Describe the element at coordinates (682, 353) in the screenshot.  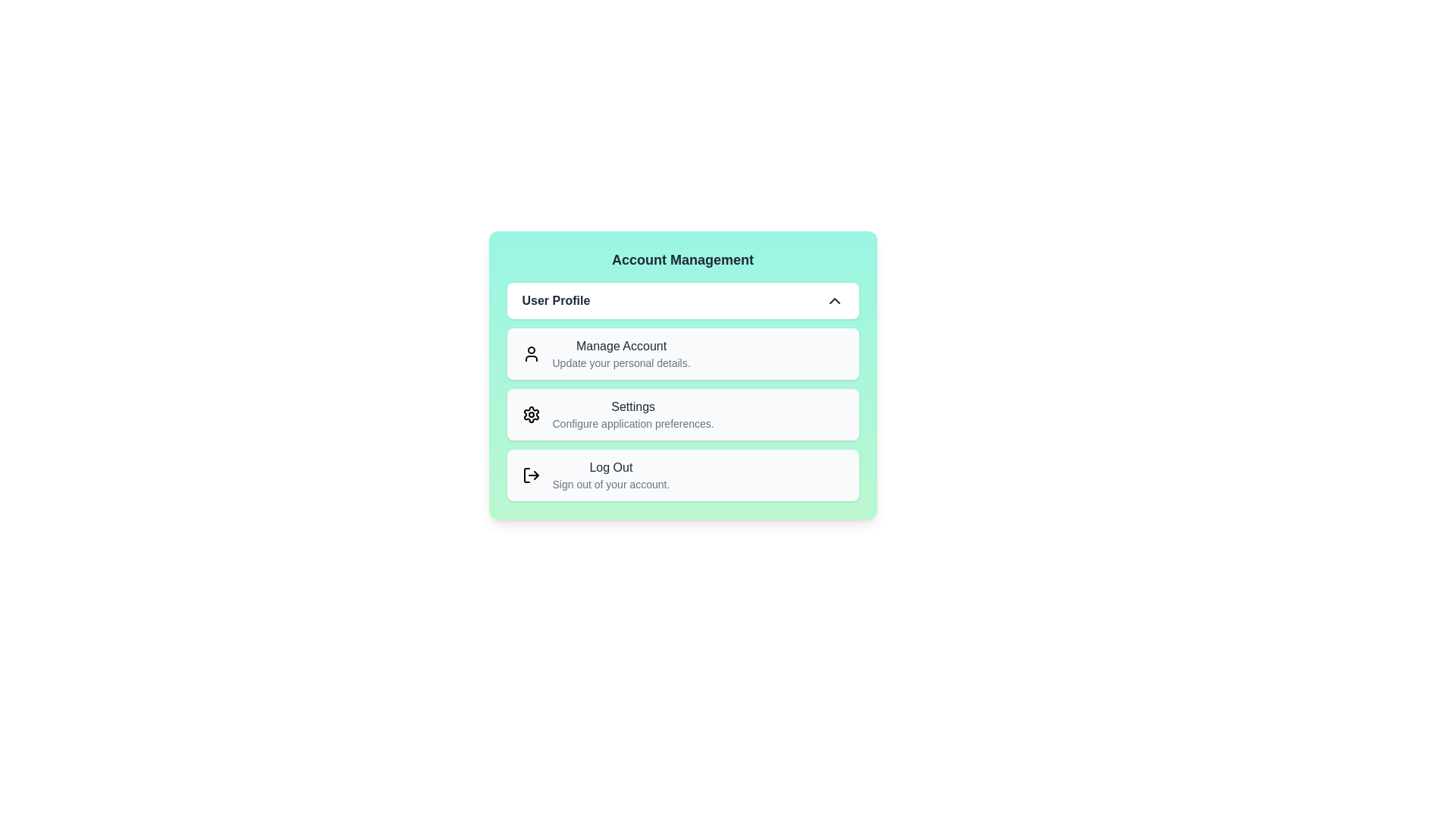
I see `the menu option Manage Account by clicking on it` at that location.